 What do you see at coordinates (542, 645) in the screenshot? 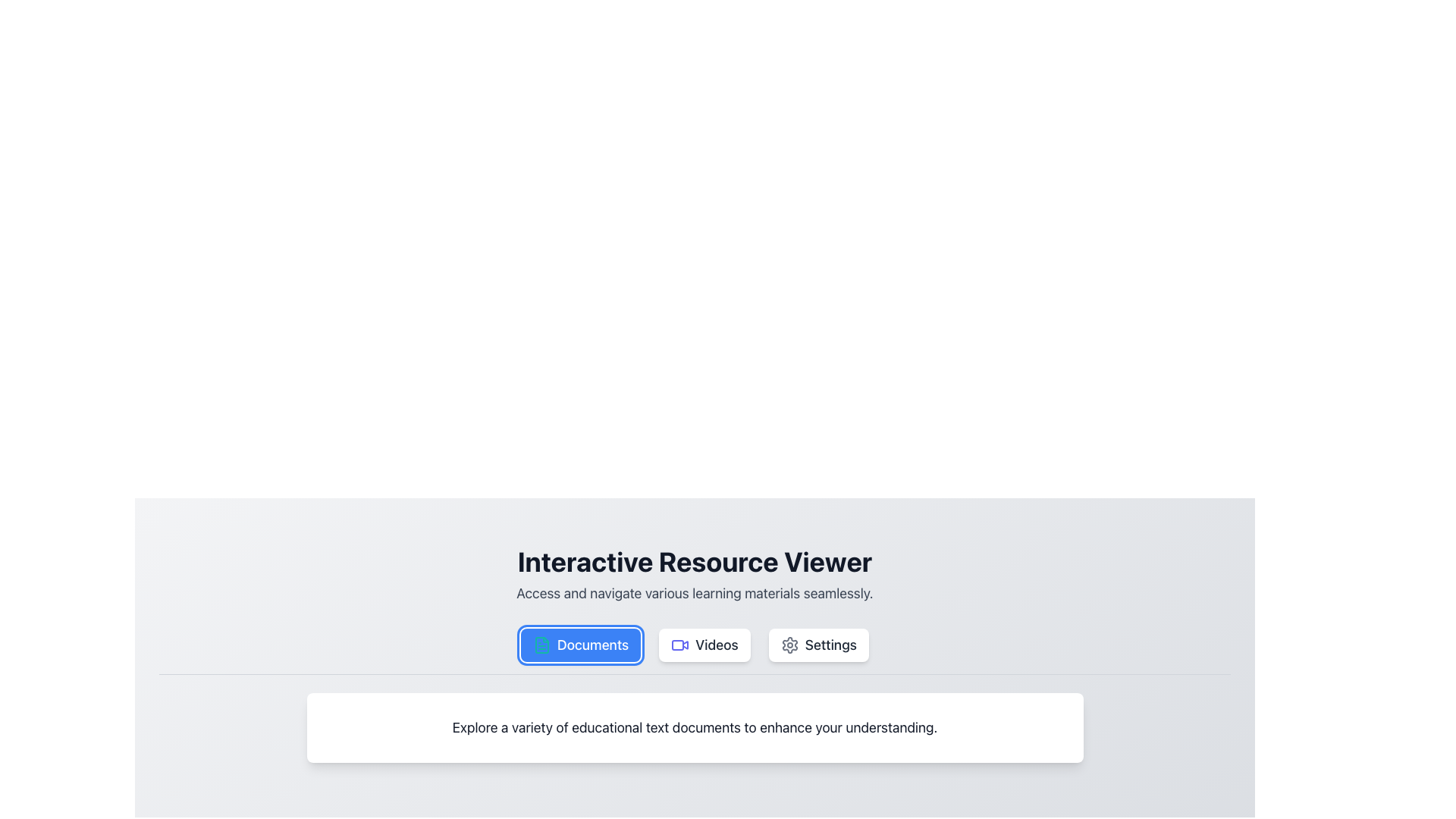
I see `the icon representing a document file, which is located to the left of the 'Documents' button in the horizontal navigation bar` at bounding box center [542, 645].